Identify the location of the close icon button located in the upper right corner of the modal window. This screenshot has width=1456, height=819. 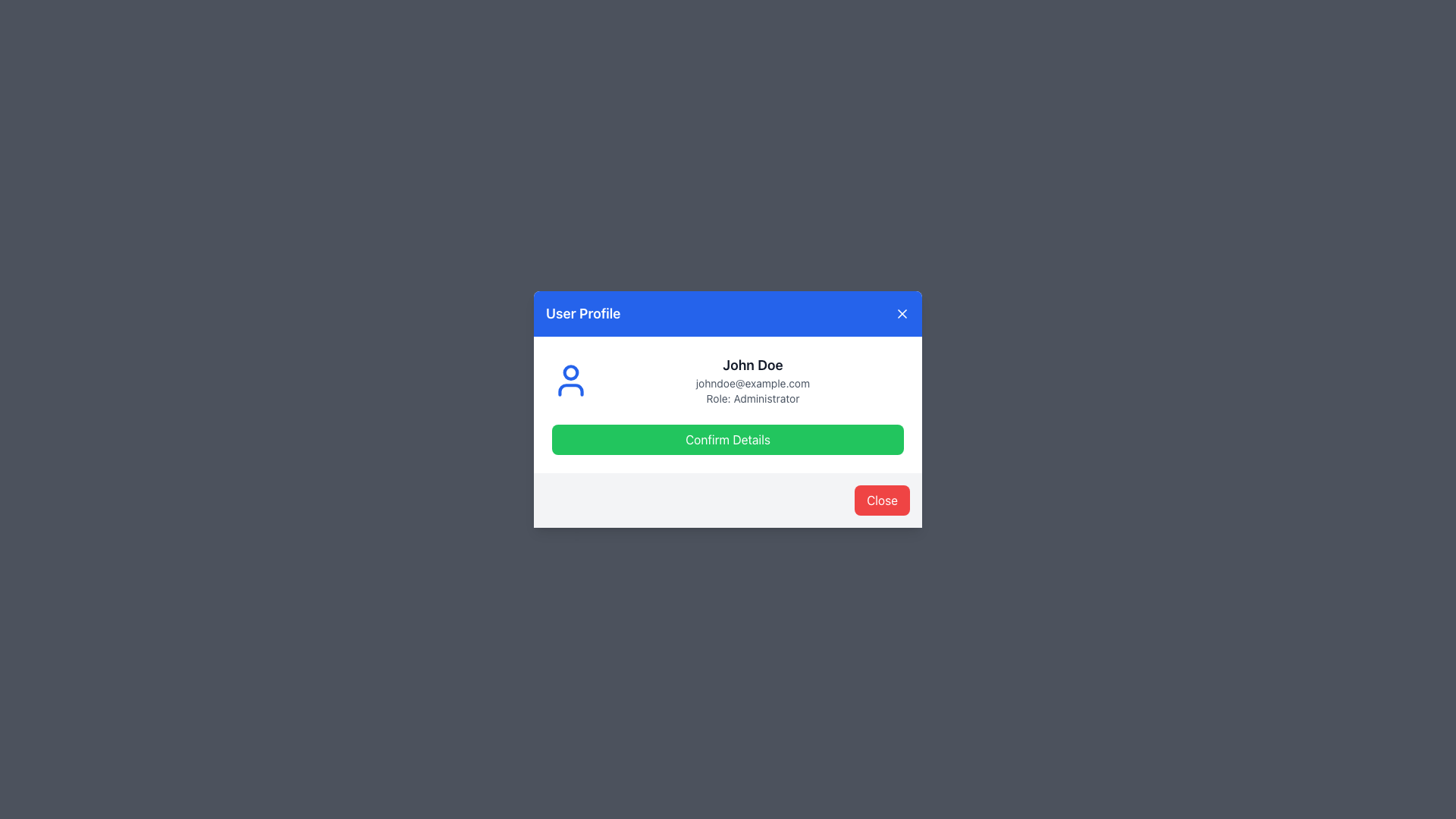
(902, 312).